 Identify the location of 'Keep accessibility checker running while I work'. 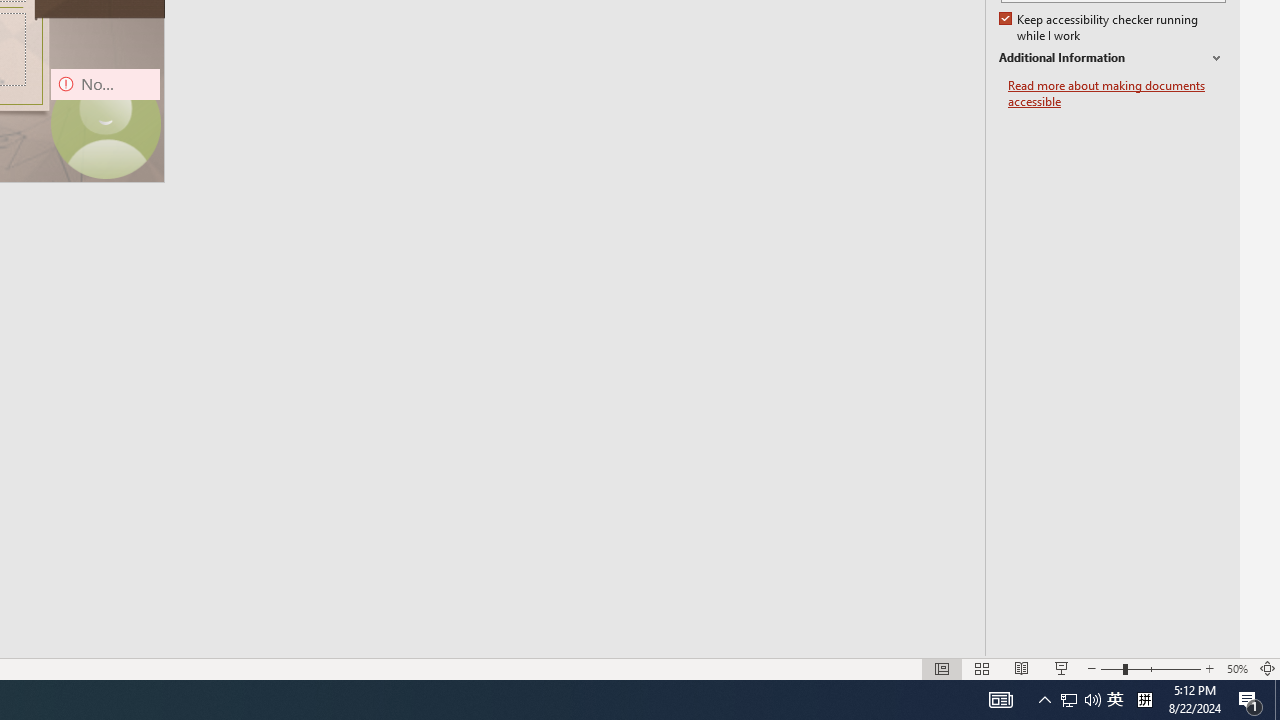
(1099, 28).